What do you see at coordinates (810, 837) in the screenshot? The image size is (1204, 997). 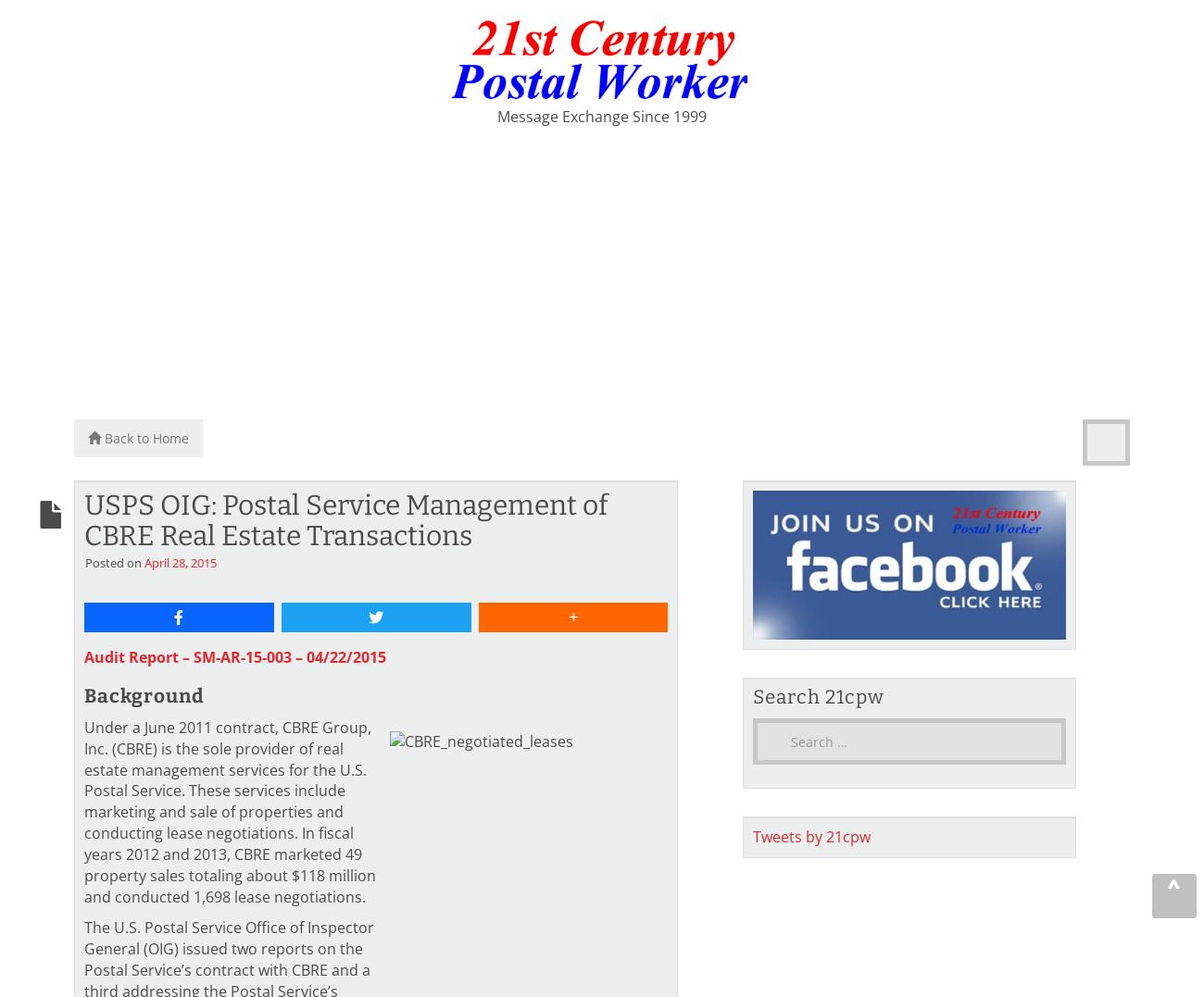 I see `'Tweets by 21cpw'` at bounding box center [810, 837].